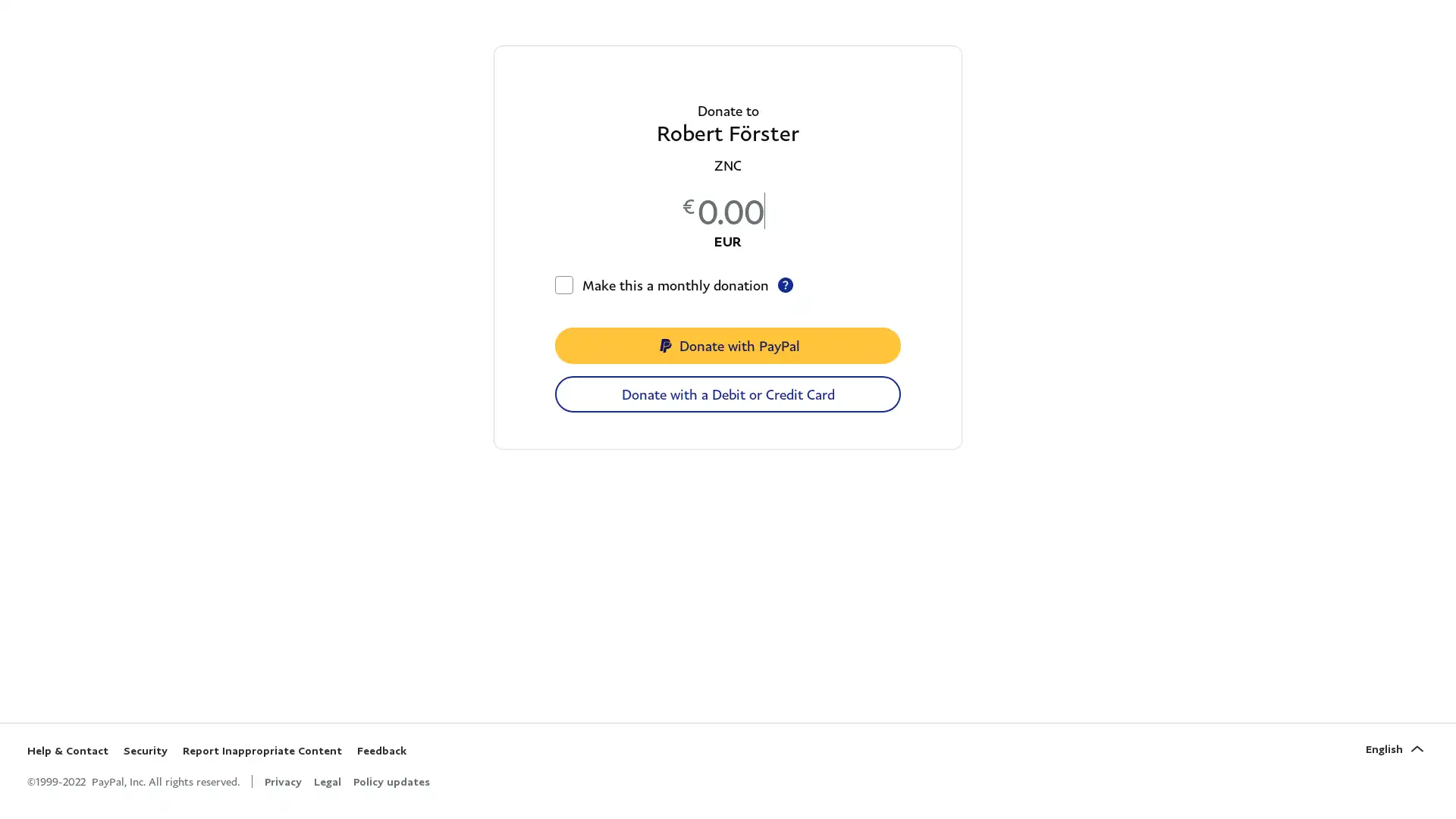 The width and height of the screenshot is (1456, 819). What do you see at coordinates (871, 770) in the screenshot?
I see `Yes, Accept Cookies` at bounding box center [871, 770].